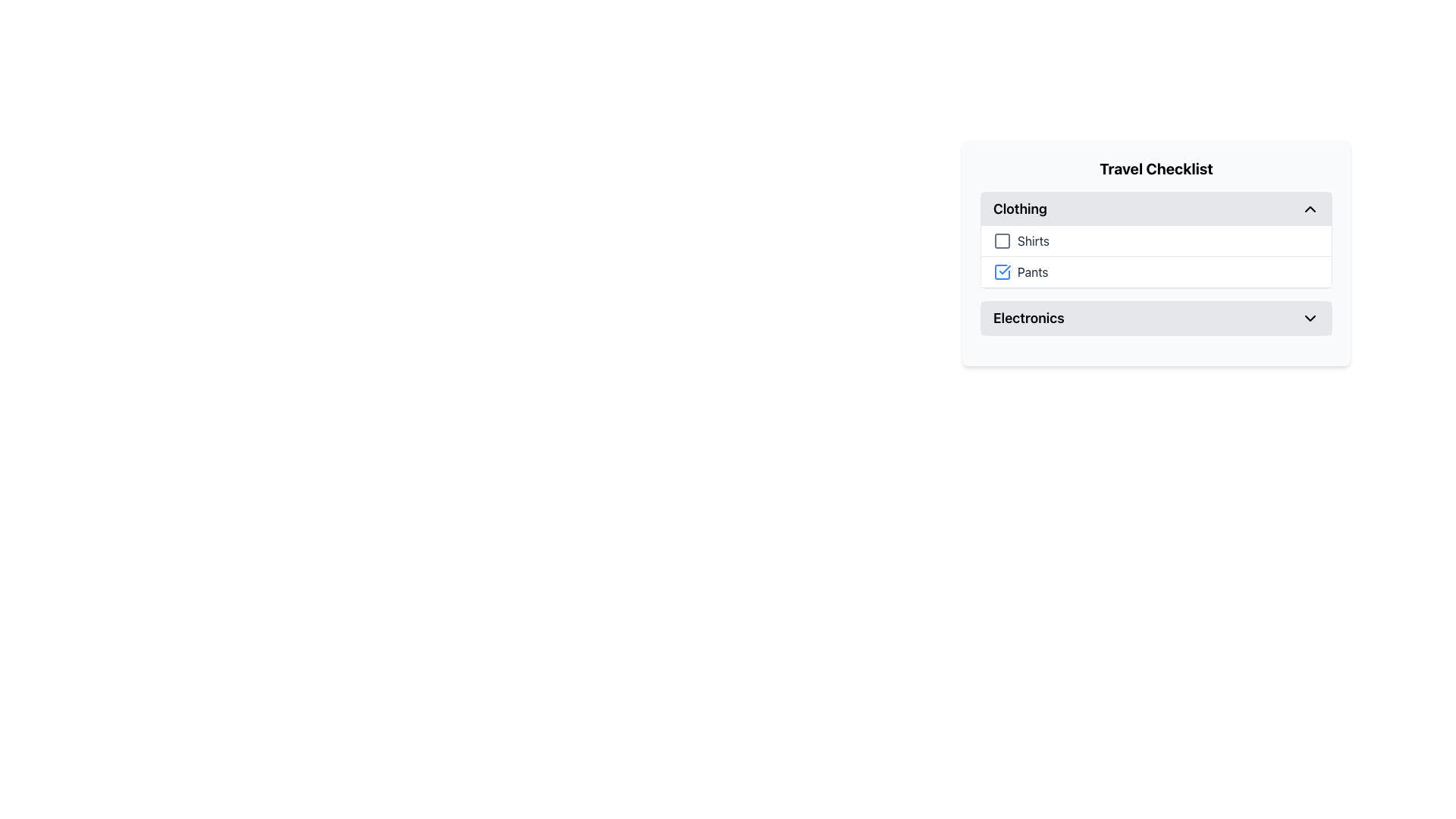  Describe the element at coordinates (1156, 253) in the screenshot. I see `the checklist item located below the title 'Travel Checklist' and above the category 'Electronics'` at that location.